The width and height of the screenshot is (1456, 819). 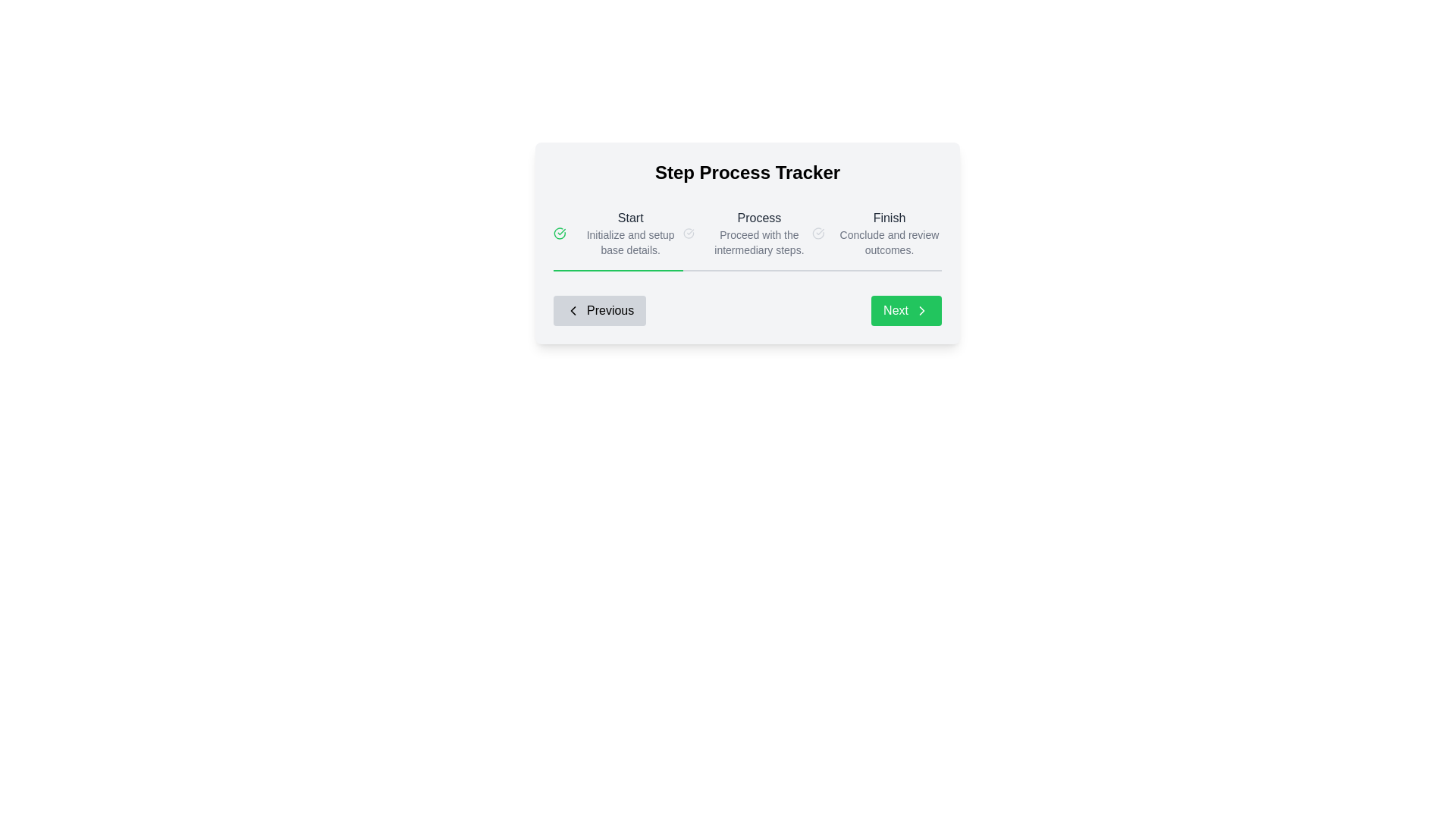 What do you see at coordinates (877, 234) in the screenshot?
I see `the 'Finish' step in the process tracker, which displays static text and a graphical icon, located in the top-right section of the tracker area` at bounding box center [877, 234].